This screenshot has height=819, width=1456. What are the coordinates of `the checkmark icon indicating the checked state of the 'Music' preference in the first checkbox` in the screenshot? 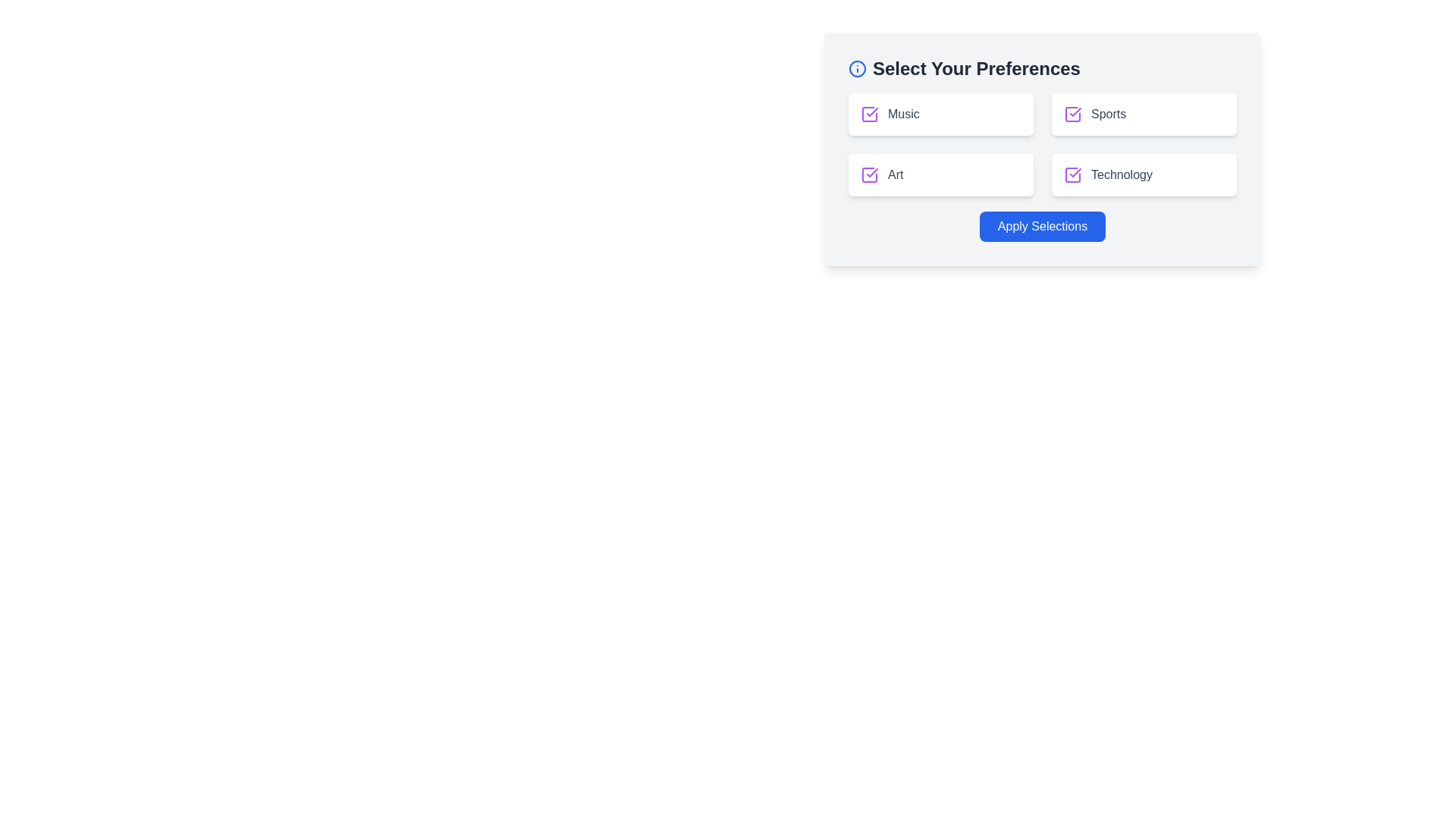 It's located at (872, 111).